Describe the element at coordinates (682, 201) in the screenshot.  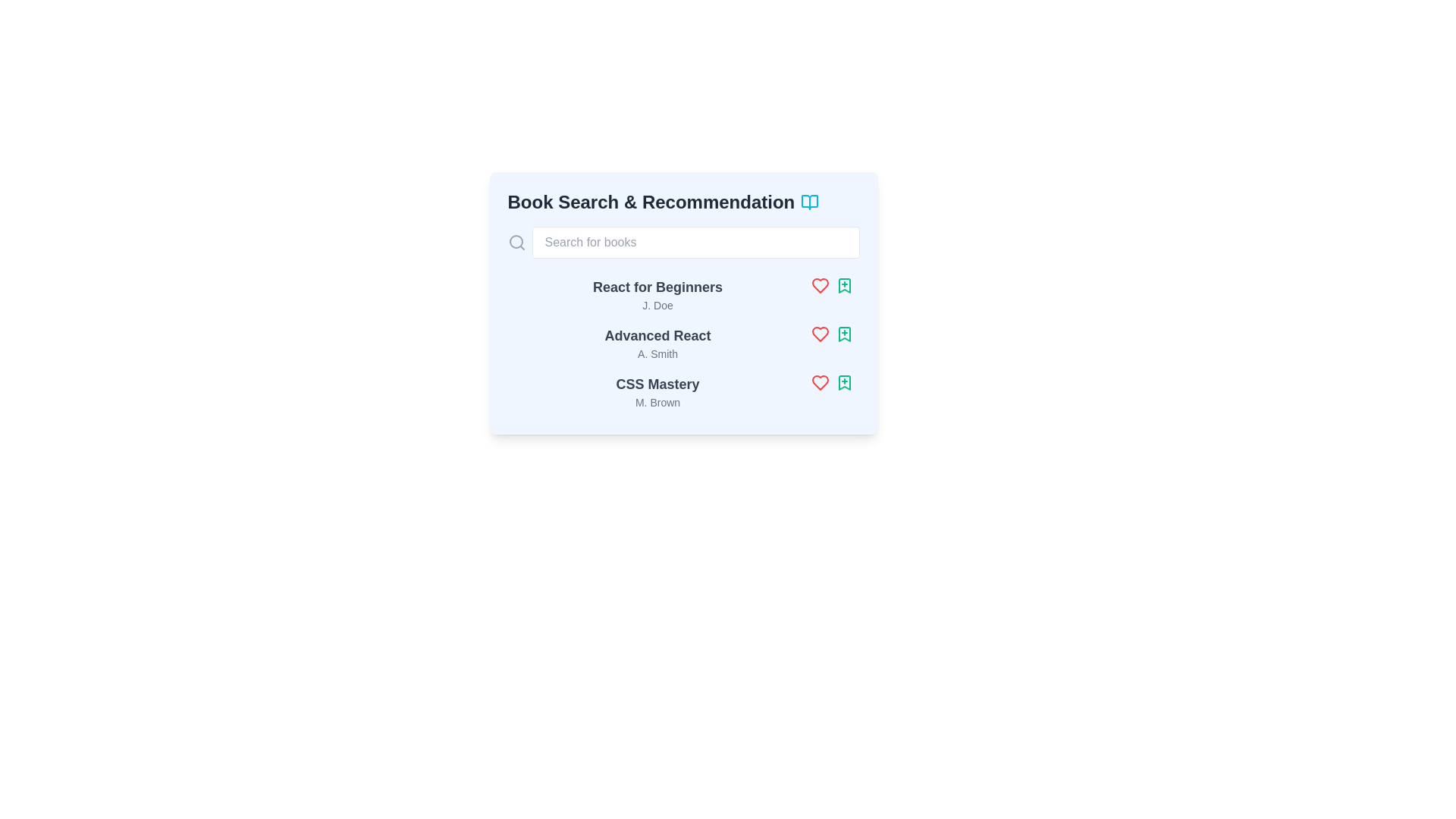
I see `the title header for the book search and recommendations module, which is located at the center of the bounding box near the top of the section` at that location.